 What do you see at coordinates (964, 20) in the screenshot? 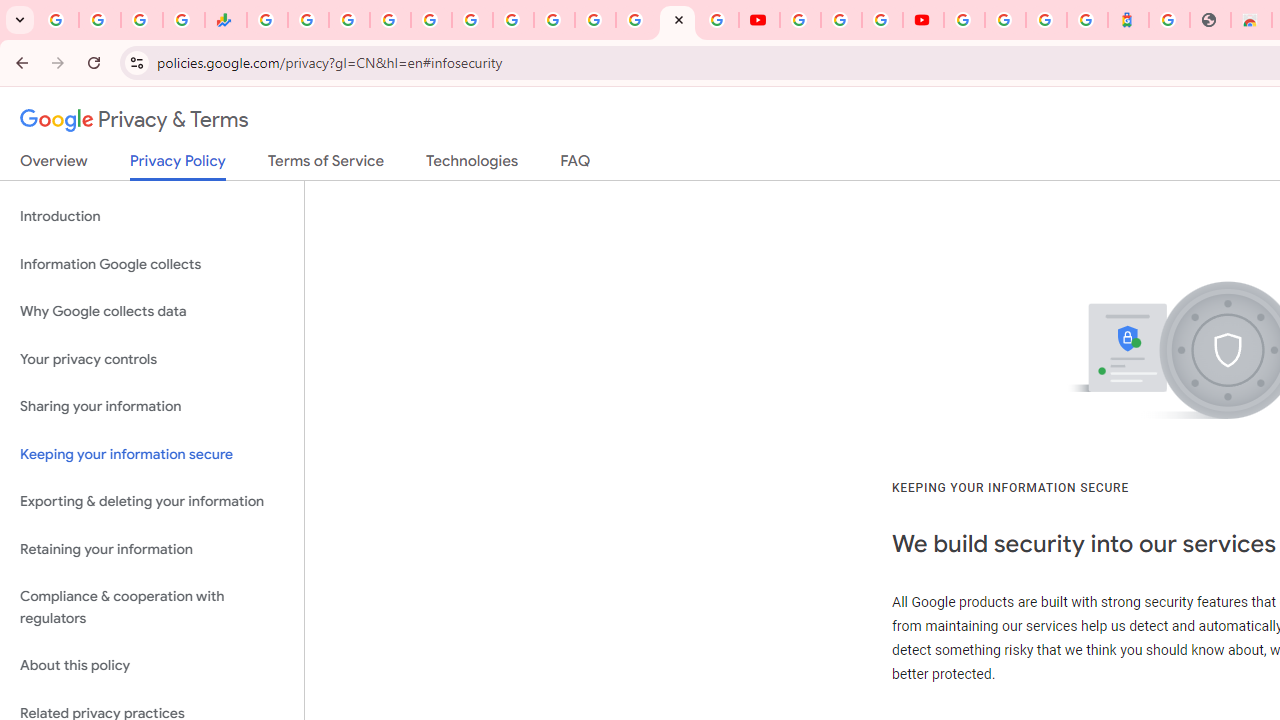
I see `'Sign in - Google Accounts'` at bounding box center [964, 20].